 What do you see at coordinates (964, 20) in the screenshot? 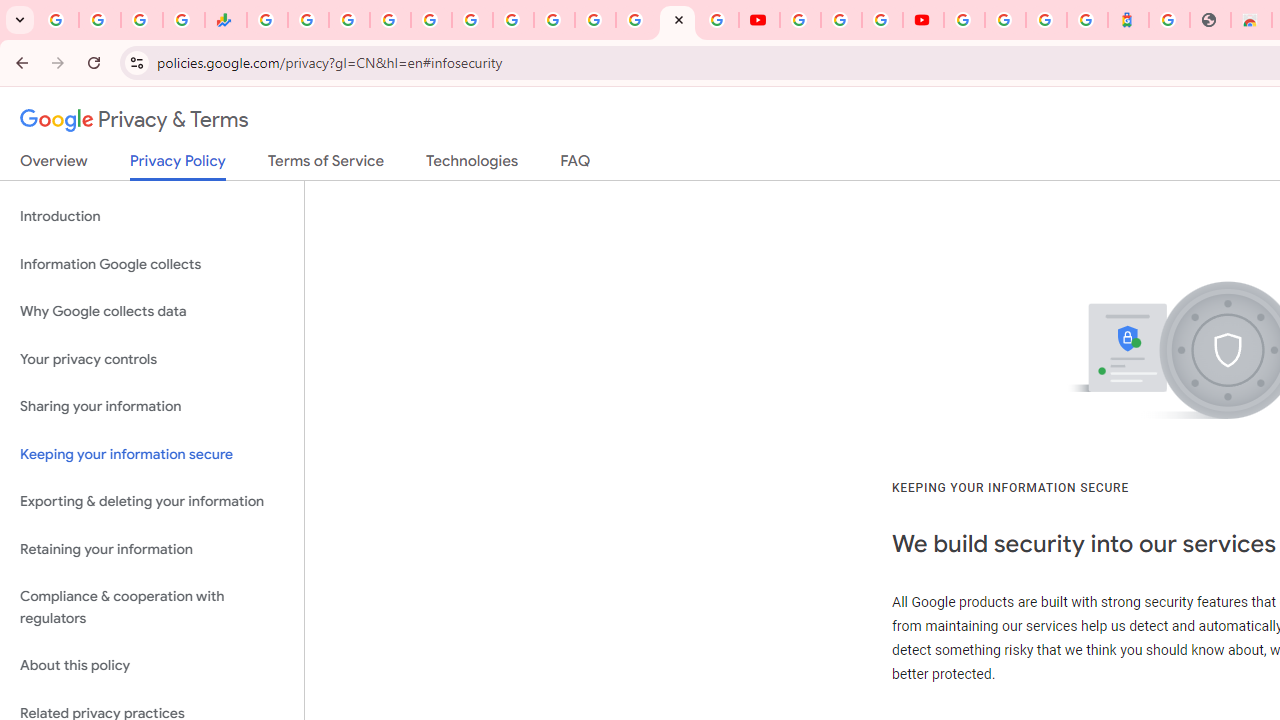
I see `'Sign in - Google Accounts'` at bounding box center [964, 20].